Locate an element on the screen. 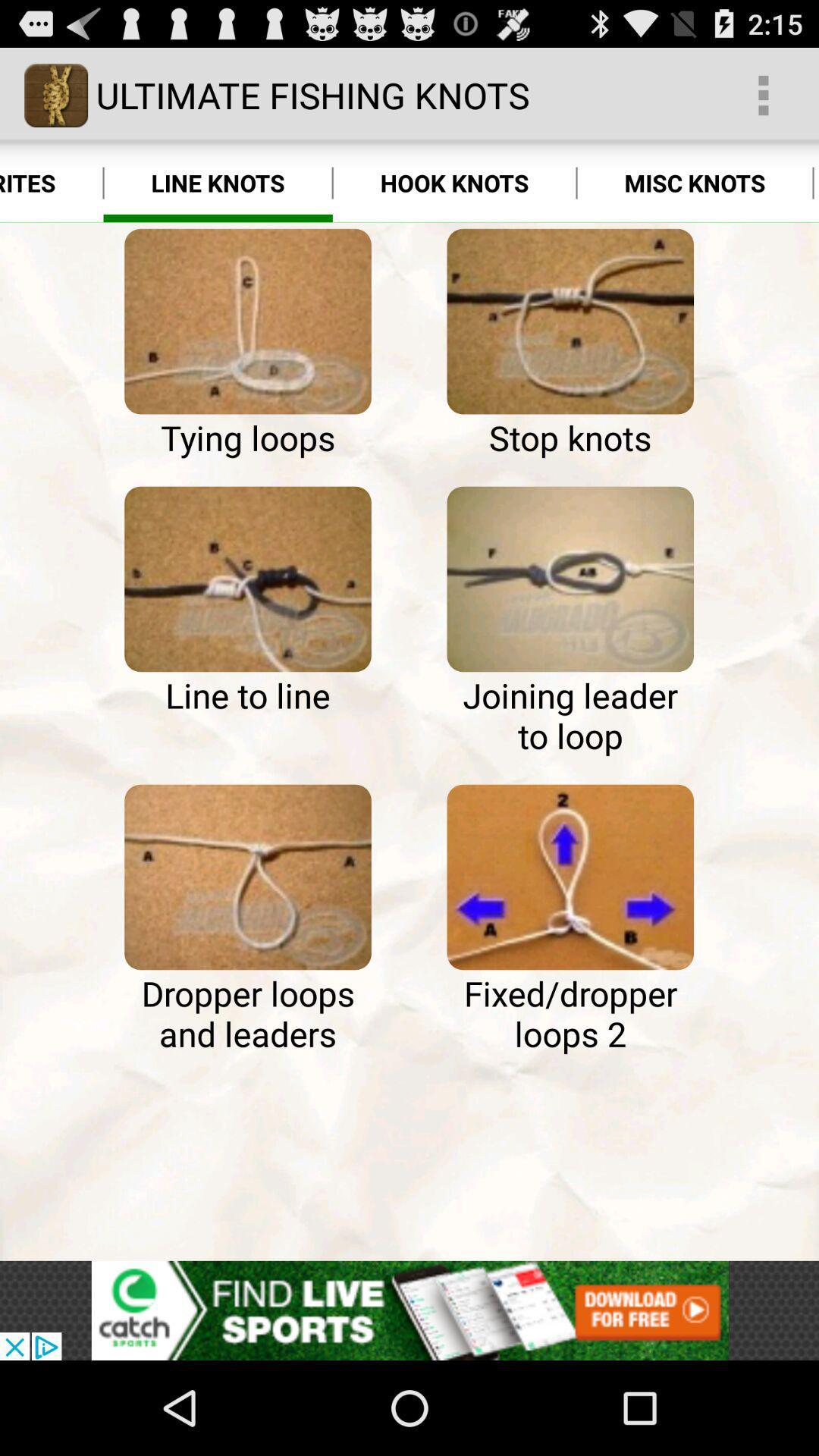 The height and width of the screenshot is (1456, 819). typing of the option is located at coordinates (247, 321).